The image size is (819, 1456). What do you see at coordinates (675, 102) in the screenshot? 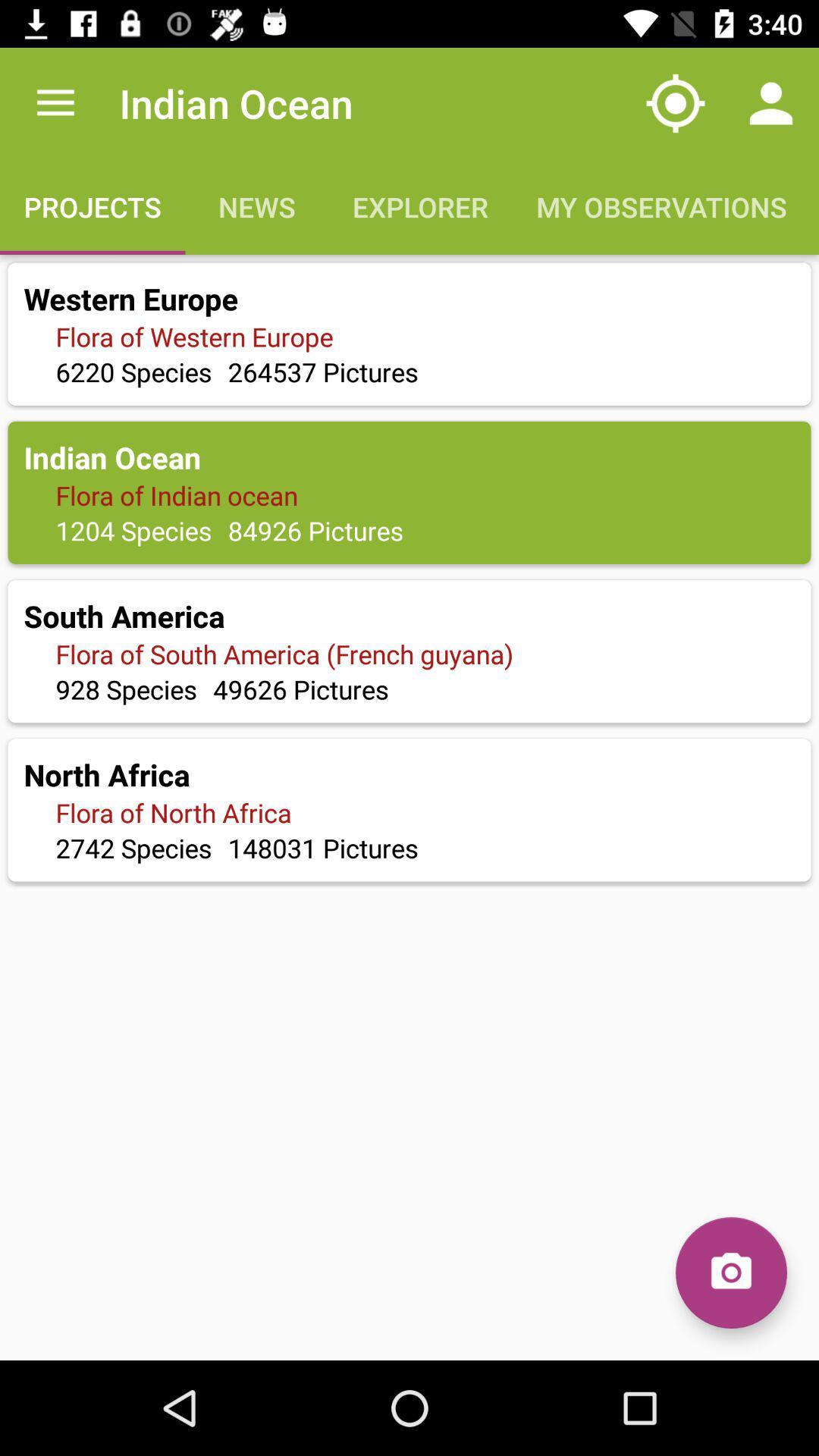
I see `icon above my observations item` at bounding box center [675, 102].